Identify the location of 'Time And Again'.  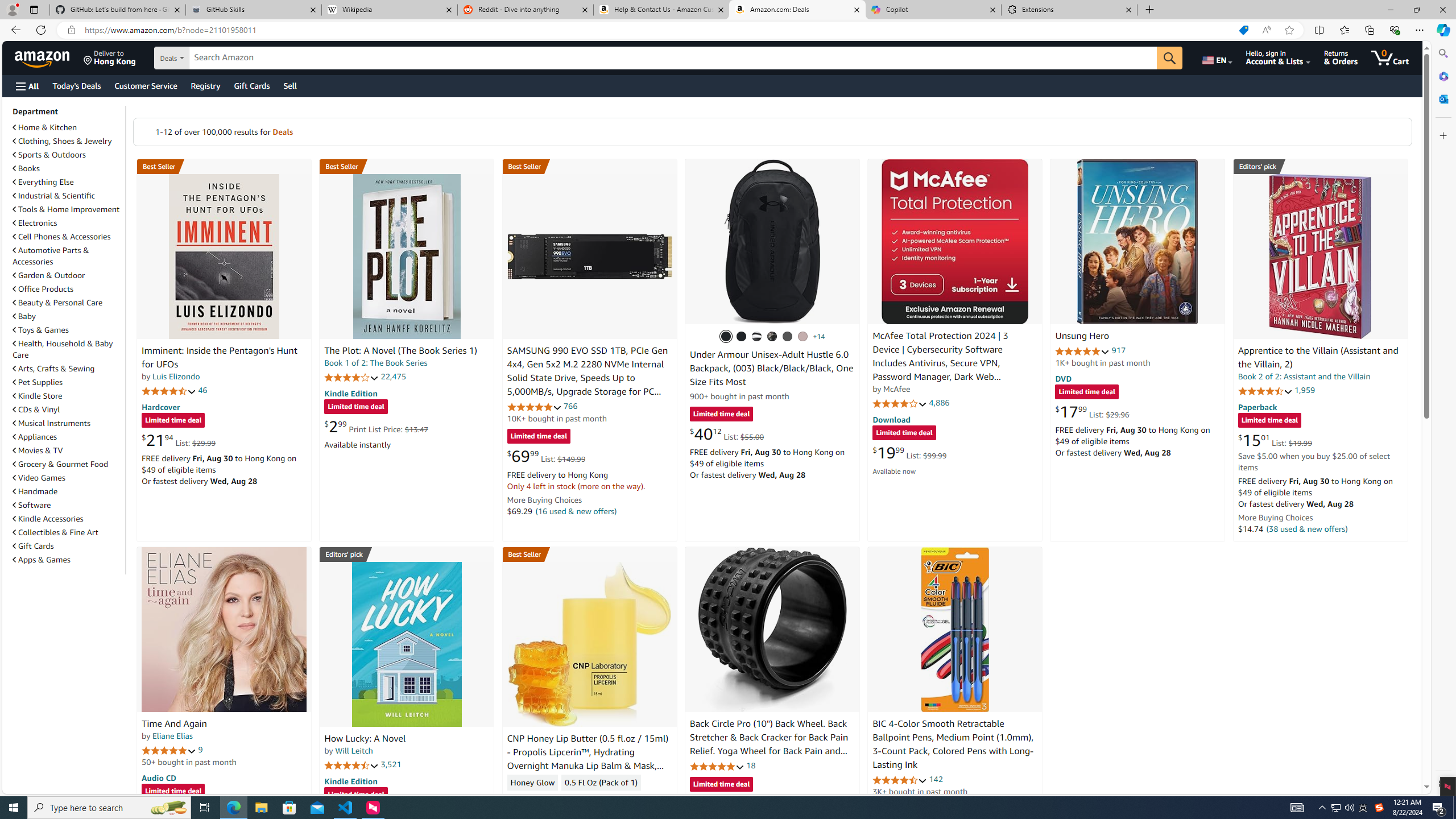
(173, 723).